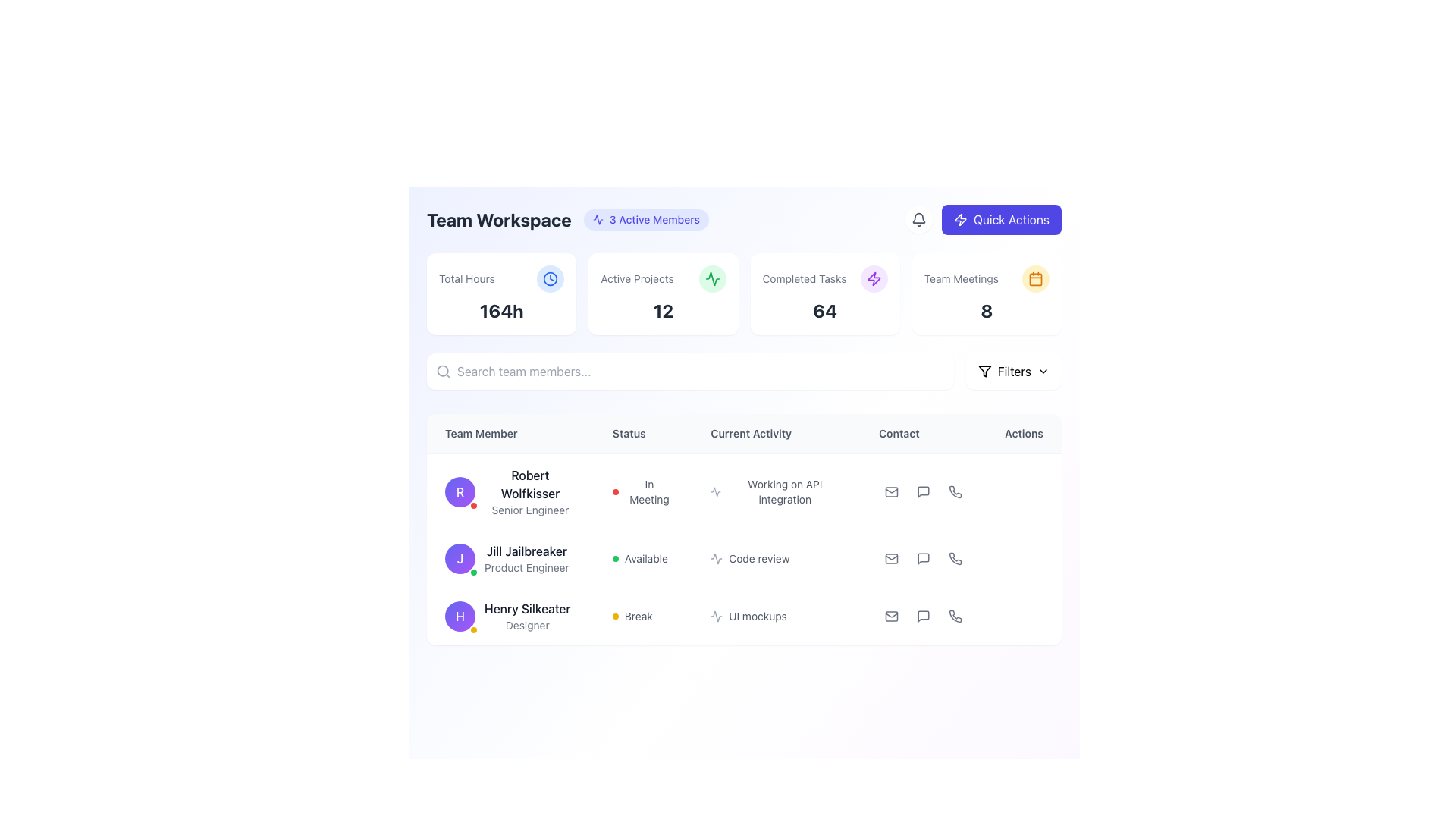 The width and height of the screenshot is (1456, 819). I want to click on information displayed in the Text Display located in the bottom section of the card labeled 'Total Hours', which shows the total hours as a summary statistic, so click(501, 309).